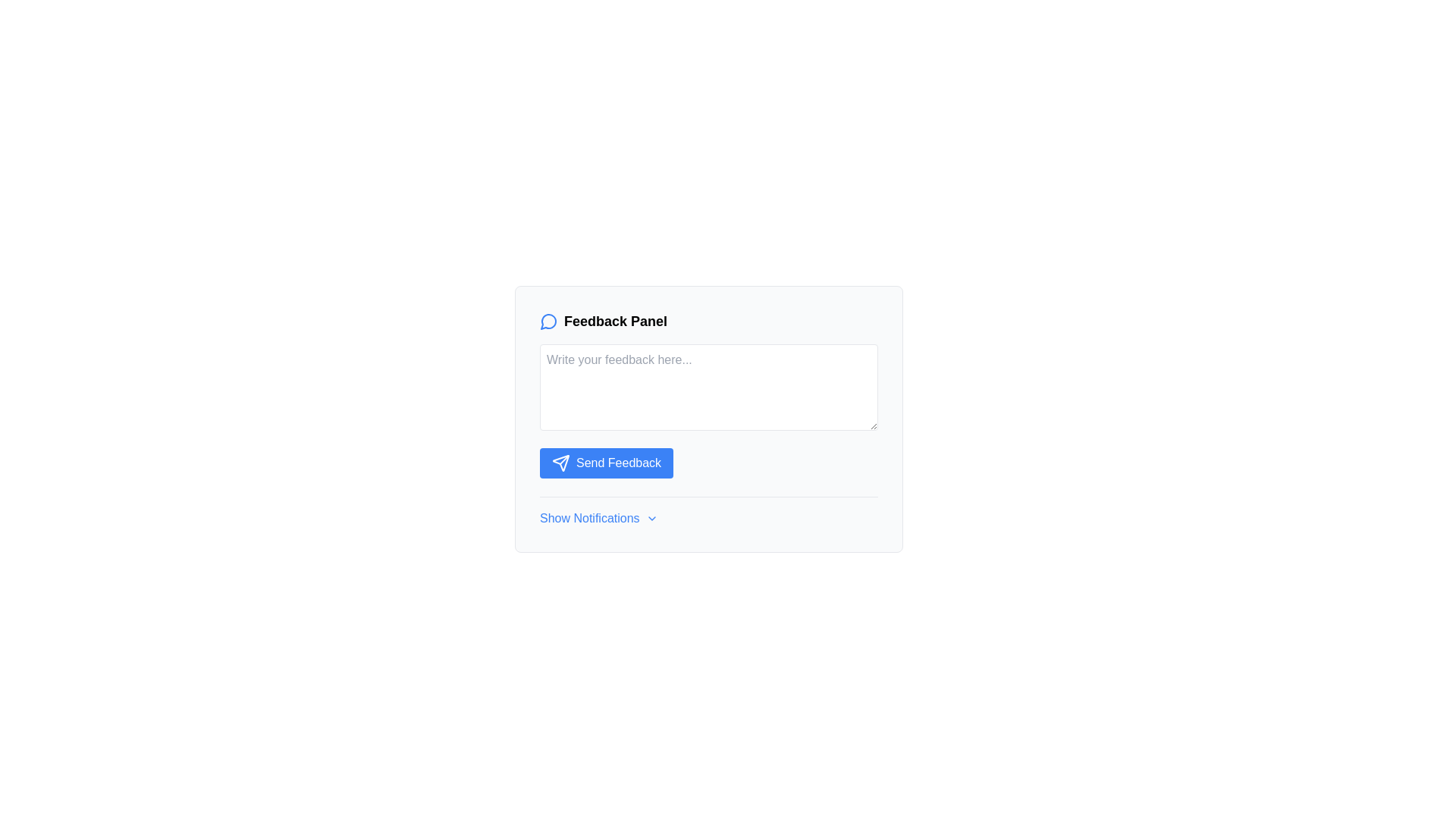 Image resolution: width=1456 pixels, height=819 pixels. Describe the element at coordinates (548, 321) in the screenshot. I see `the blue outlined circular speech bubble icon located adjacent to the left of the 'Feedback Panel' text` at that location.